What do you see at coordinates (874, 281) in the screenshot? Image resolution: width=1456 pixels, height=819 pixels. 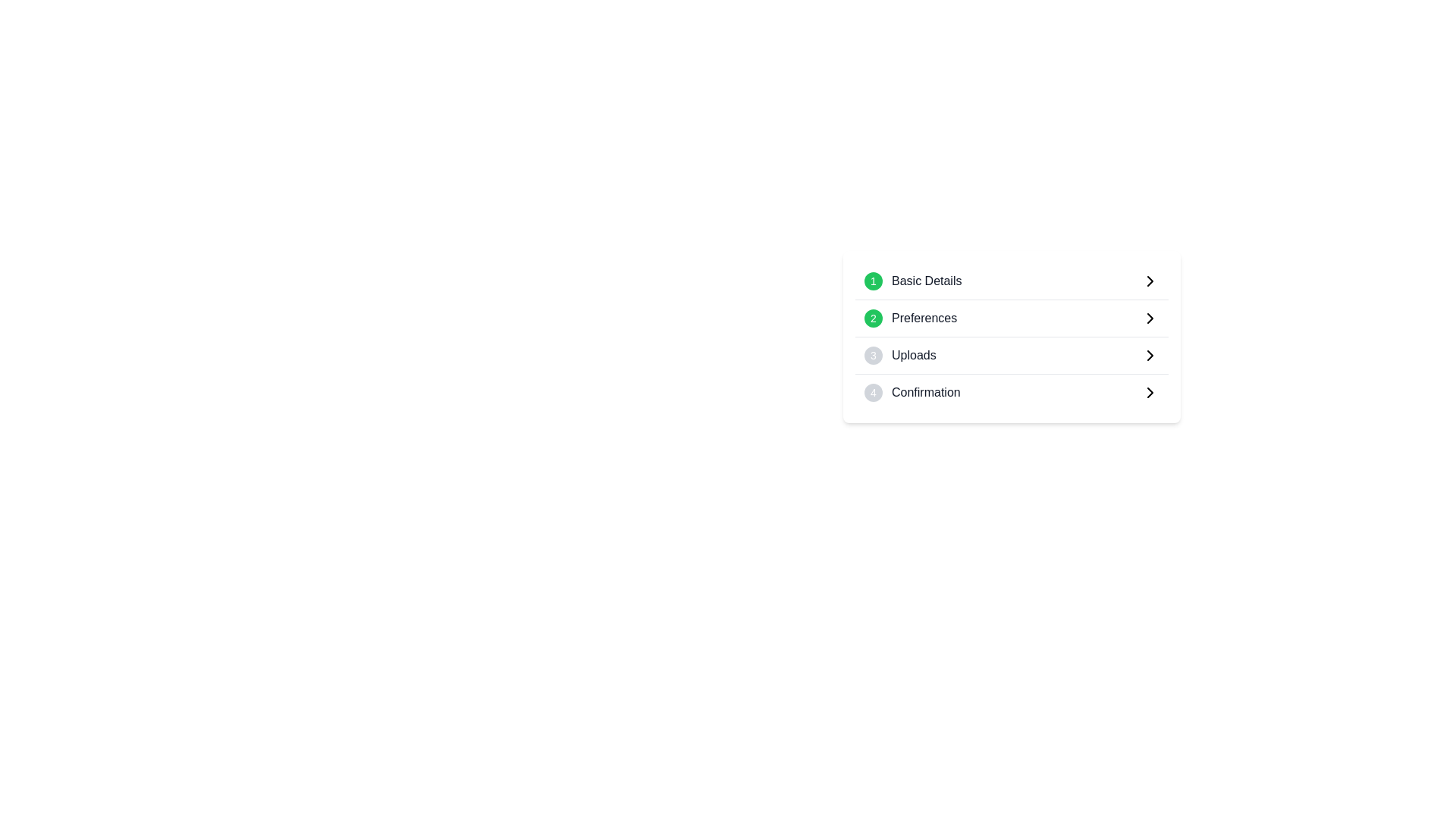 I see `the circular indicator with a green background and the white number '1' at its center, located to the left of the 'Basic Details' text` at bounding box center [874, 281].